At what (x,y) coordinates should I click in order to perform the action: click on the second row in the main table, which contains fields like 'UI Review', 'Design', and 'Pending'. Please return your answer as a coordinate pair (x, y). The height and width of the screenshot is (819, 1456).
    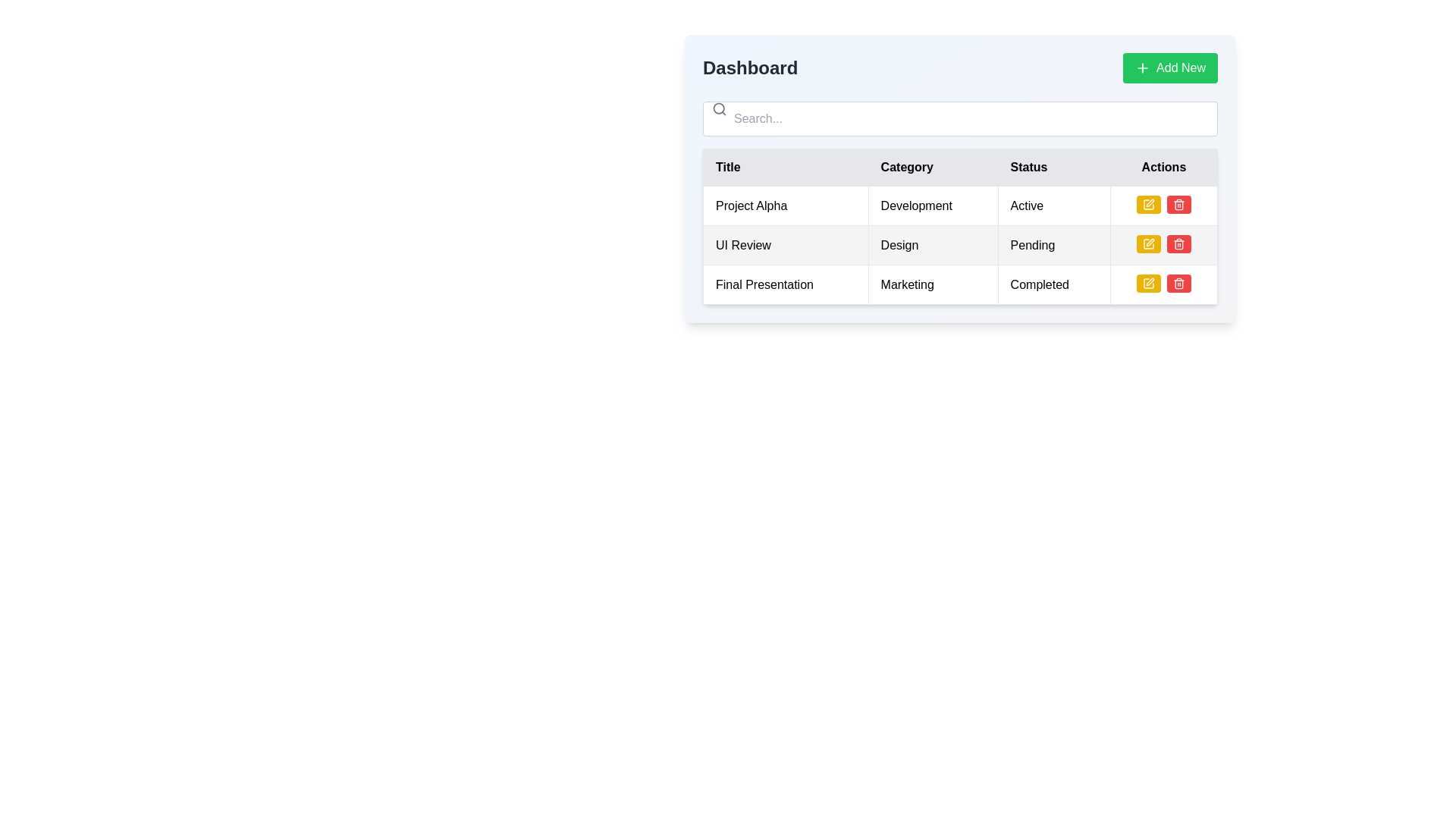
    Looking at the image, I should click on (959, 244).